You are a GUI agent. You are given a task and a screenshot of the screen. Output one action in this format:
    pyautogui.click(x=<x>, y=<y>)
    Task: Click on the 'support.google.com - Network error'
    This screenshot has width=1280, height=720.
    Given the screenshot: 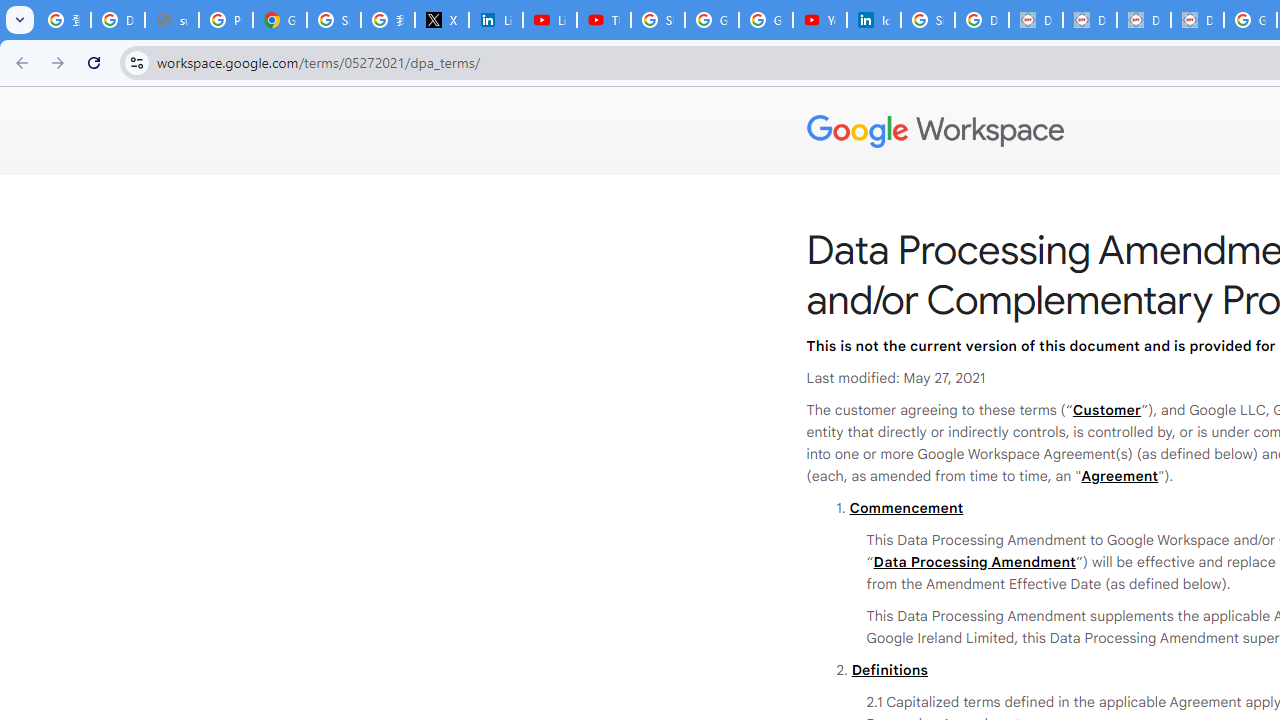 What is the action you would take?
    pyautogui.click(x=171, y=20)
    